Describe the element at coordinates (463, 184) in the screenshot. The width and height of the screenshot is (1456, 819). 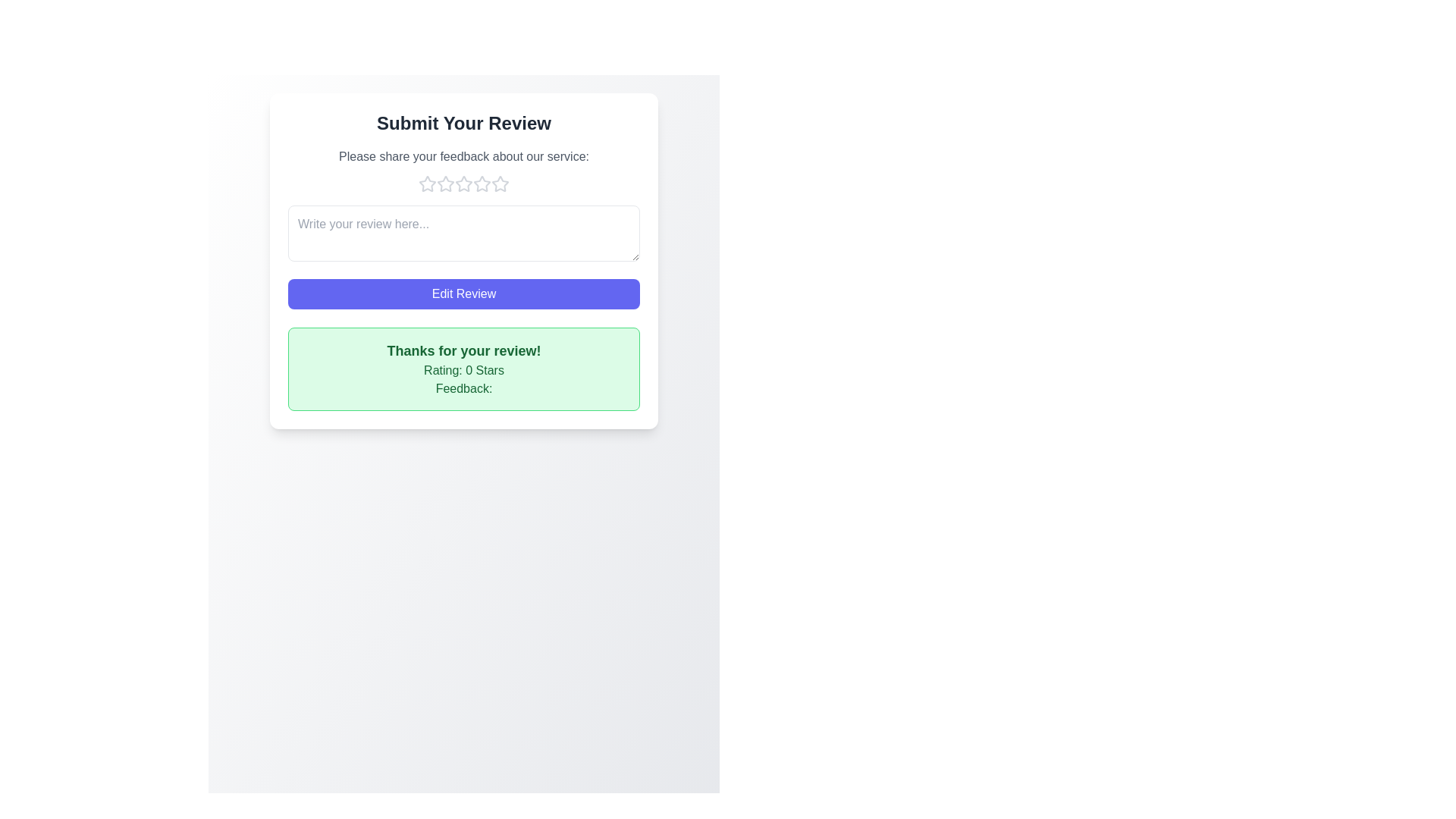
I see `the star rating to 3 by clicking on the corresponding star` at that location.